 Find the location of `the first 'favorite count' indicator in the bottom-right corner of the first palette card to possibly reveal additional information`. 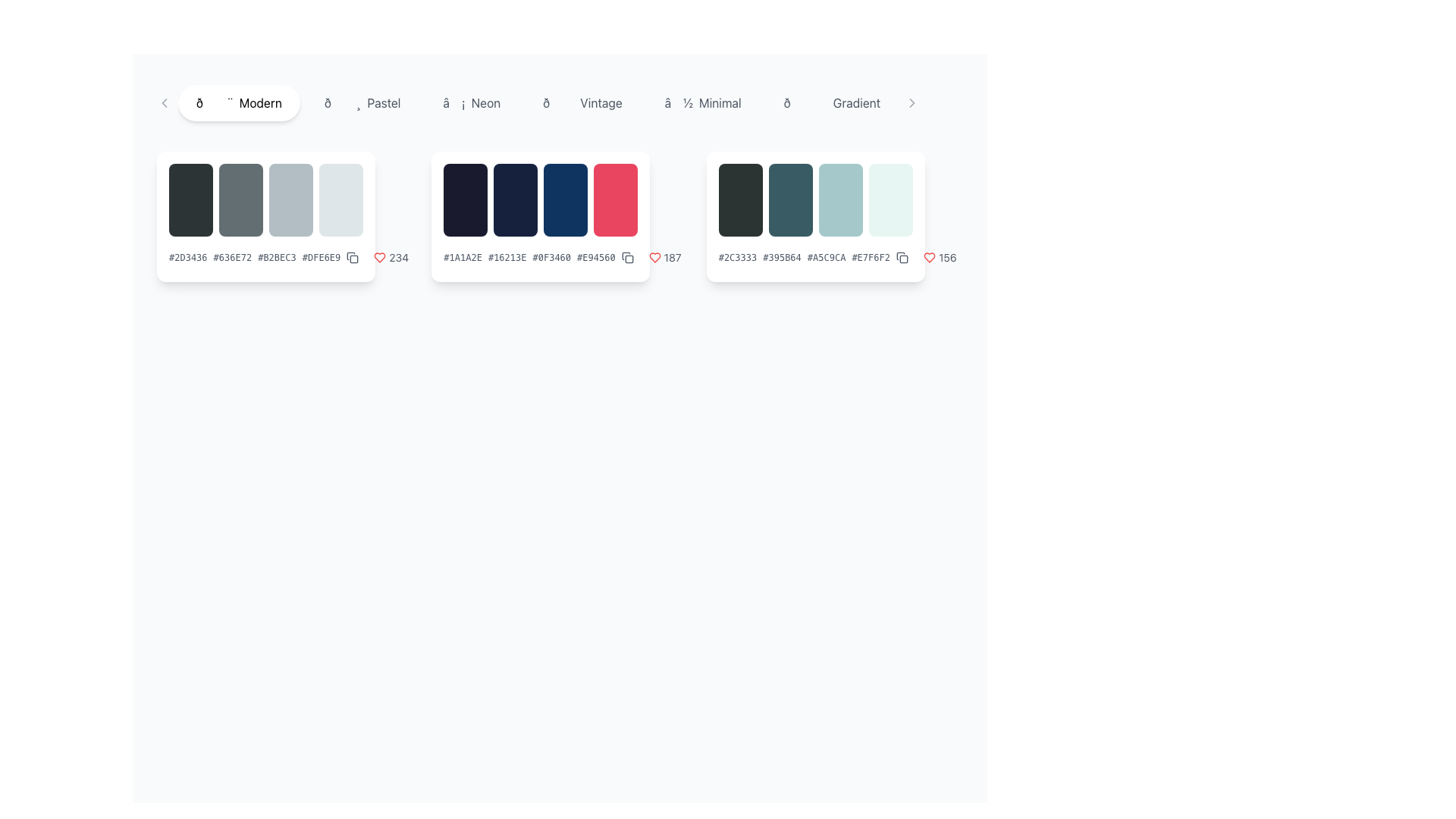

the first 'favorite count' indicator in the bottom-right corner of the first palette card to possibly reveal additional information is located at coordinates (391, 256).